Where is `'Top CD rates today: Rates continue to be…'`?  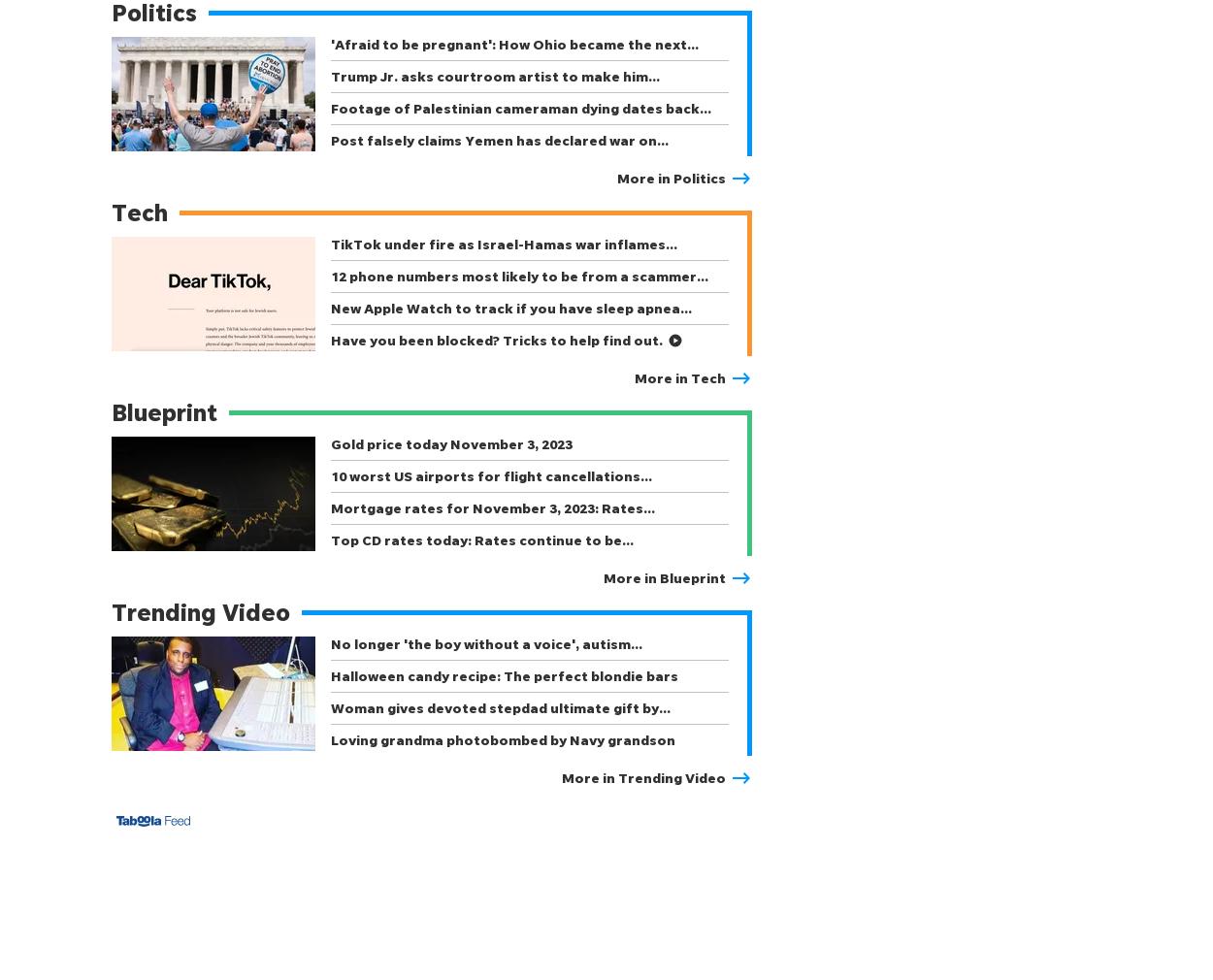 'Top CD rates today: Rates continue to be…' is located at coordinates (481, 539).